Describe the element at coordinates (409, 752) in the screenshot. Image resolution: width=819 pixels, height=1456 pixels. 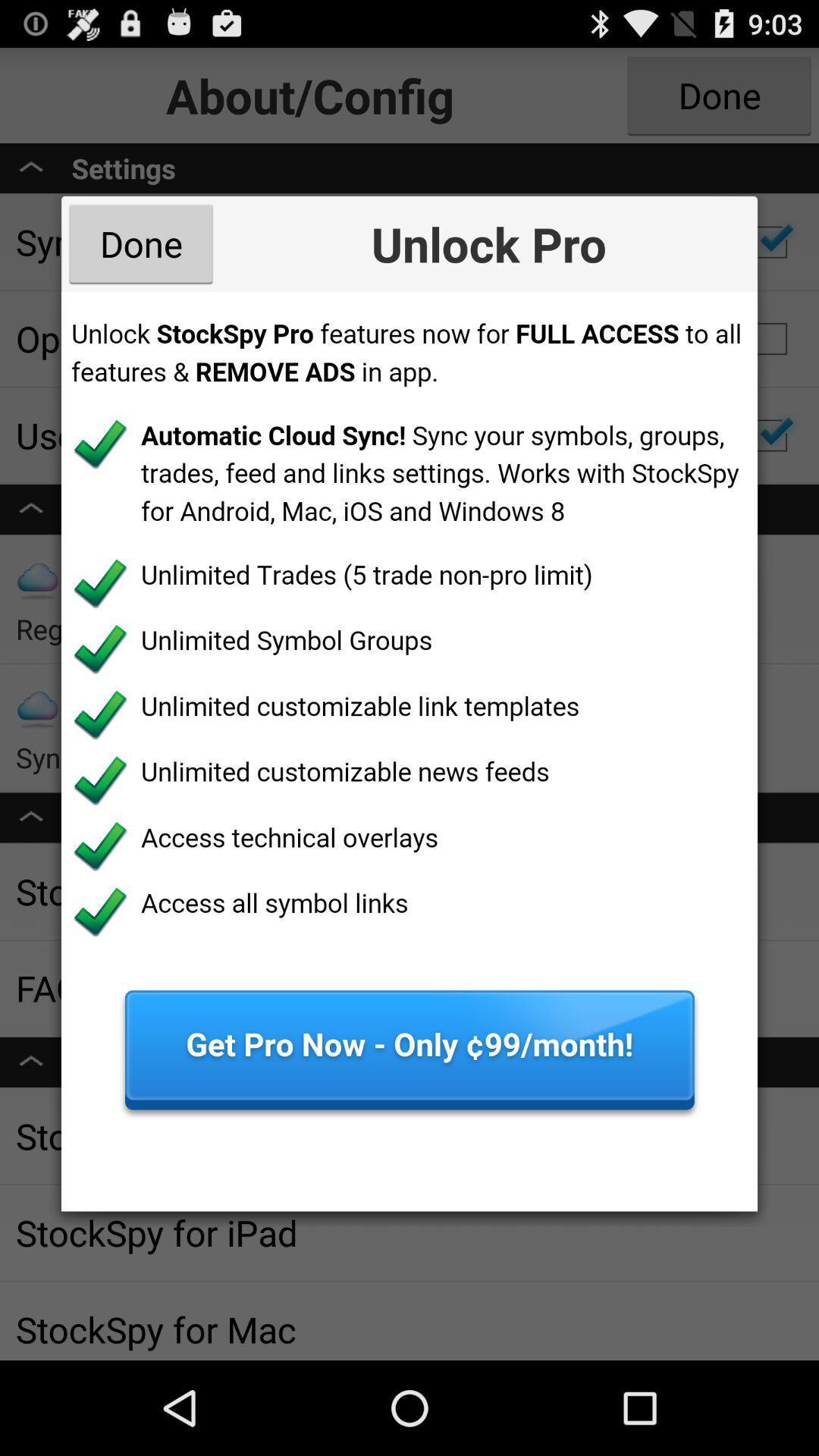
I see `order pro` at that location.